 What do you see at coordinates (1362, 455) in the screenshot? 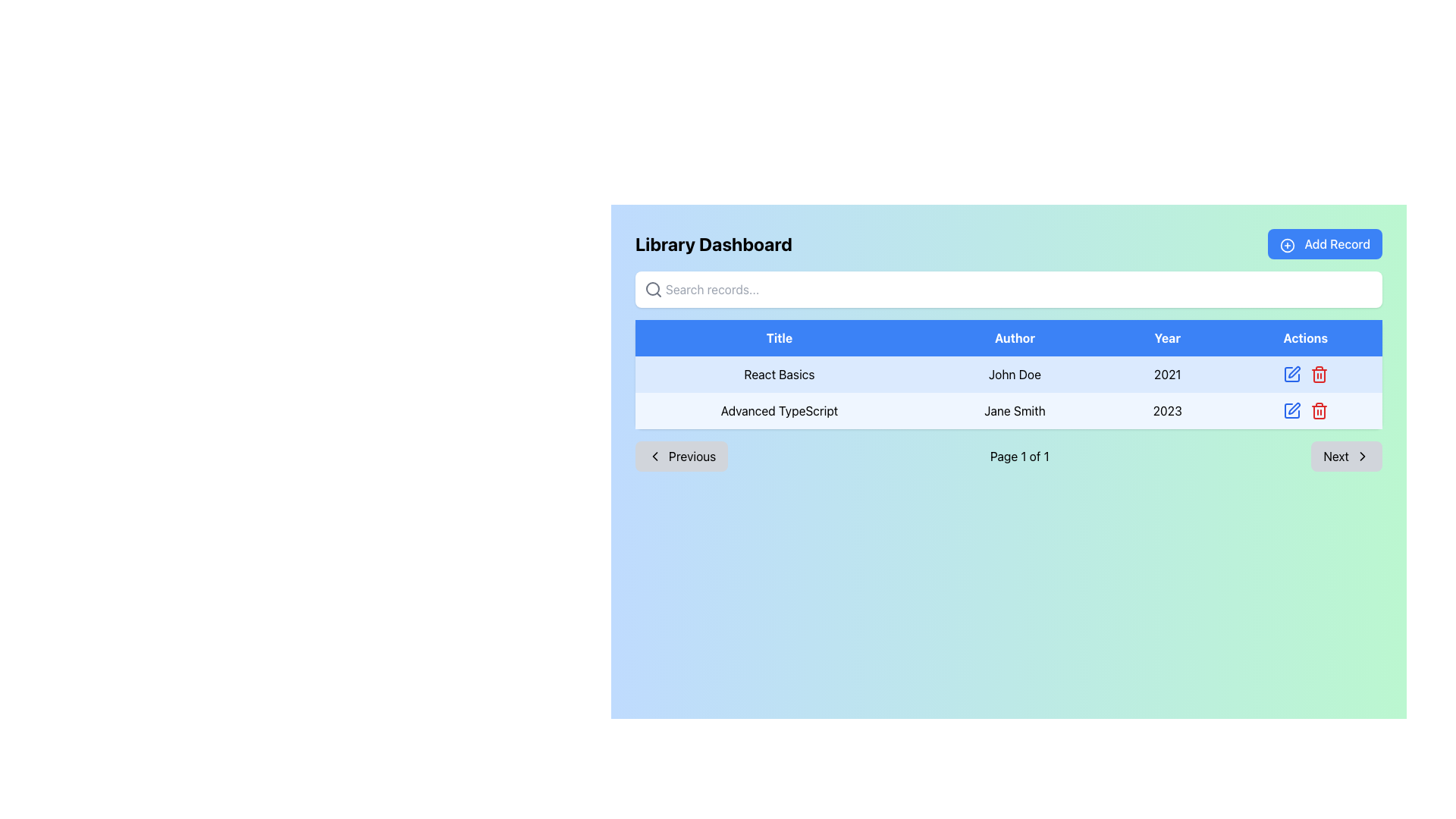
I see `the forward navigation arrow icon located at the bottom right of the 'Next' button` at bounding box center [1362, 455].